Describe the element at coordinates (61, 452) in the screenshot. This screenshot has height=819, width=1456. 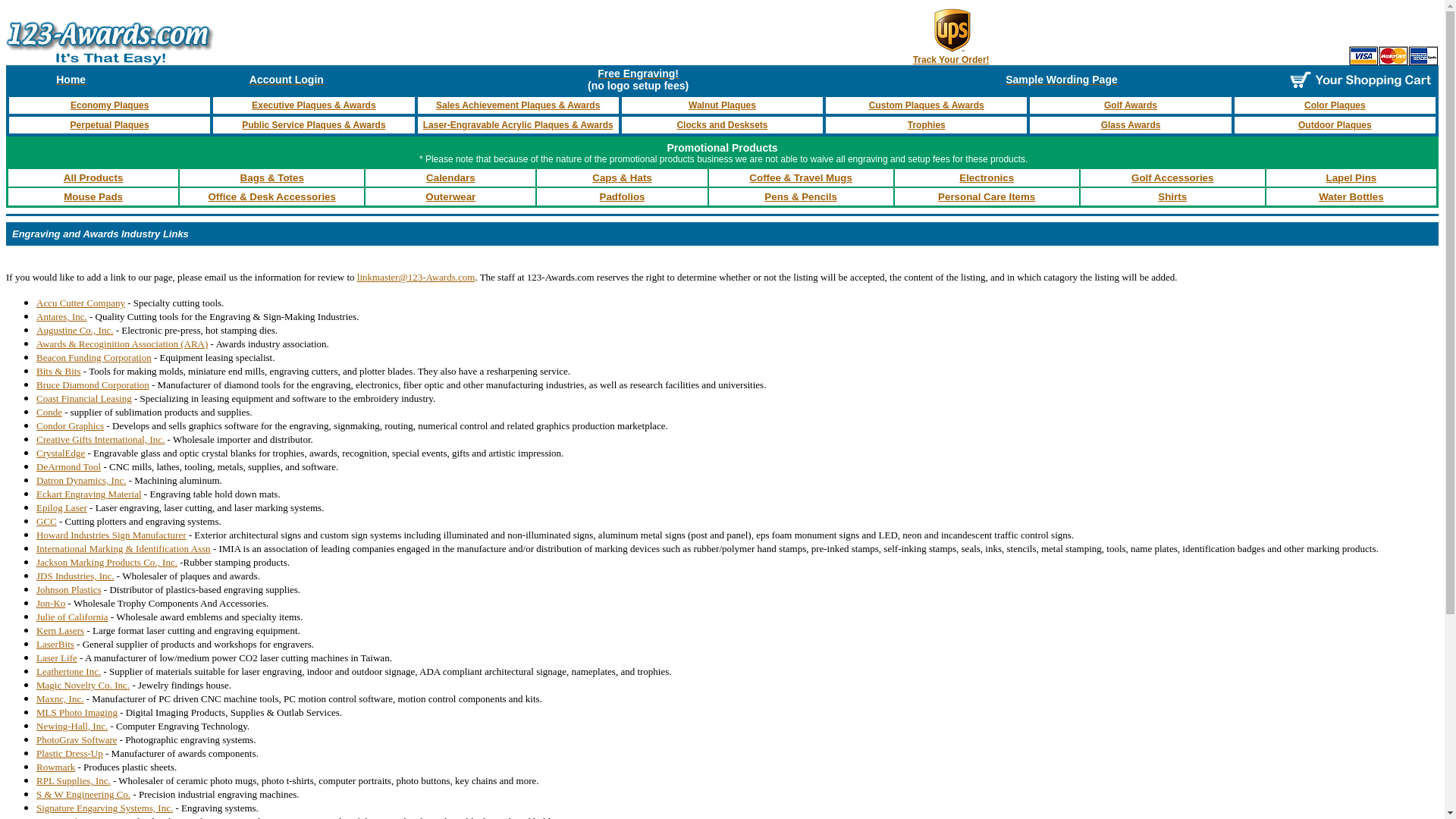
I see `'CrystalEdge'` at that location.